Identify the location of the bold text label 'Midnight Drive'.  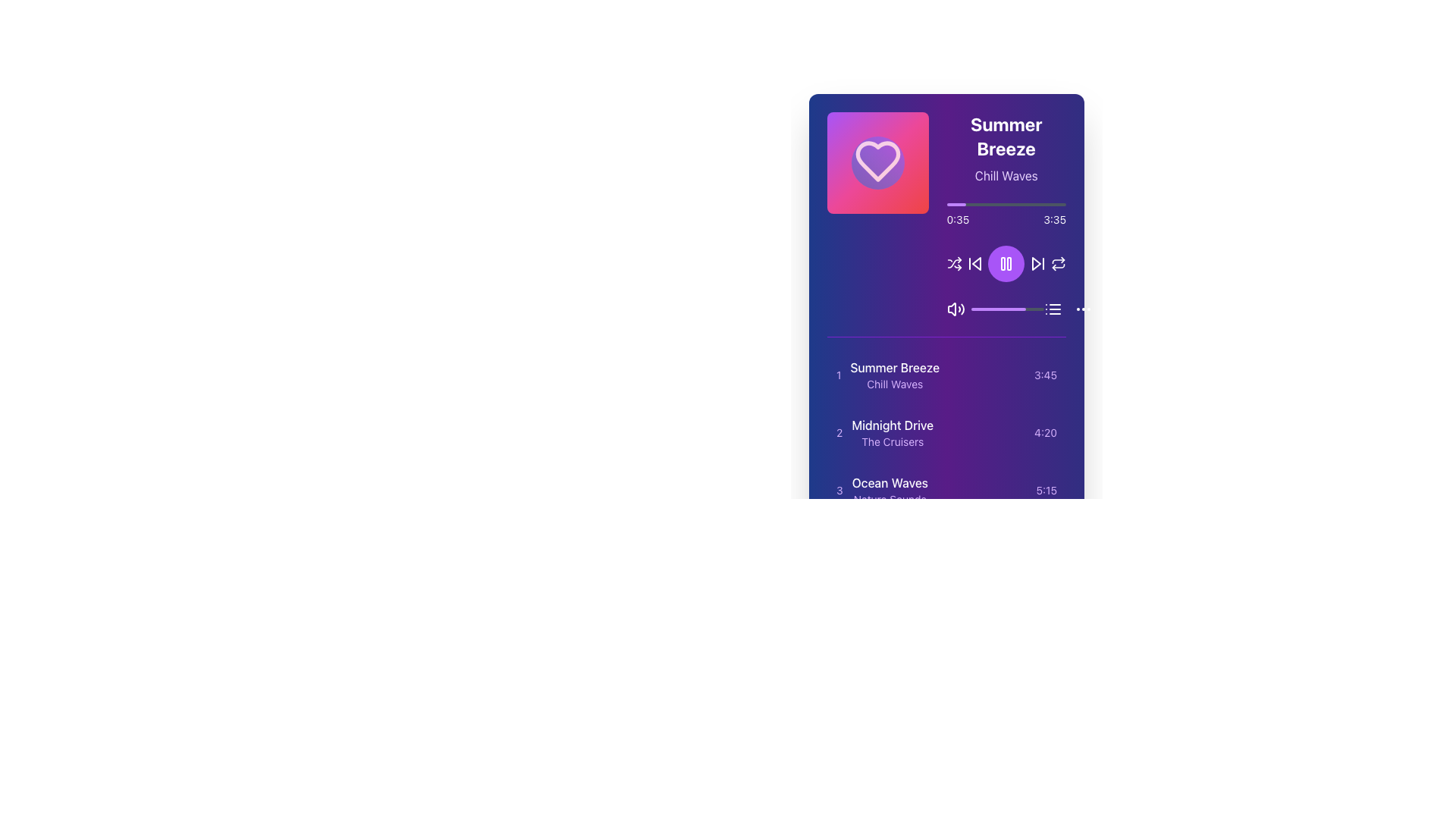
(893, 425).